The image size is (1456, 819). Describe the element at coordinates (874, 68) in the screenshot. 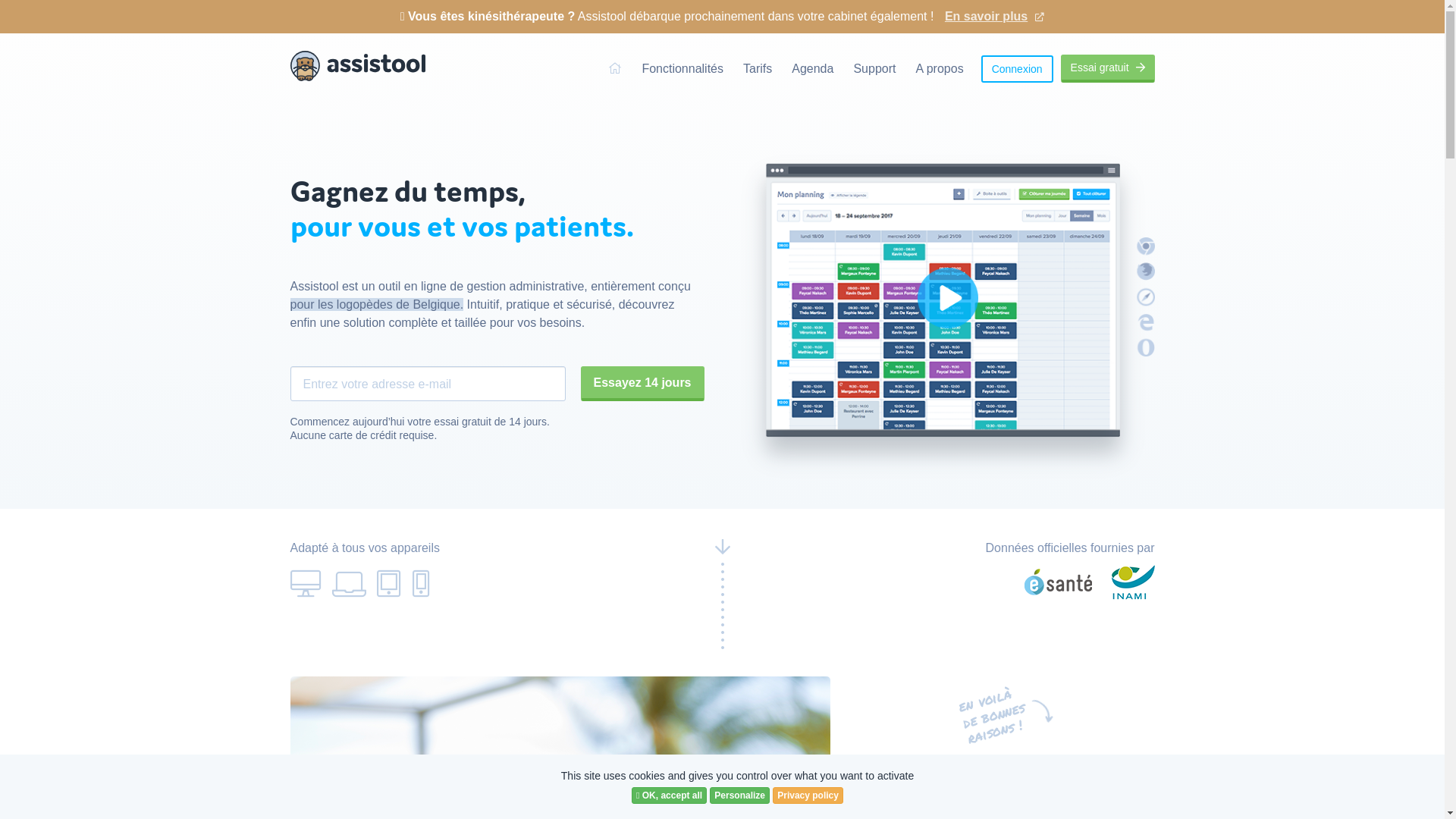

I see `'Support'` at that location.